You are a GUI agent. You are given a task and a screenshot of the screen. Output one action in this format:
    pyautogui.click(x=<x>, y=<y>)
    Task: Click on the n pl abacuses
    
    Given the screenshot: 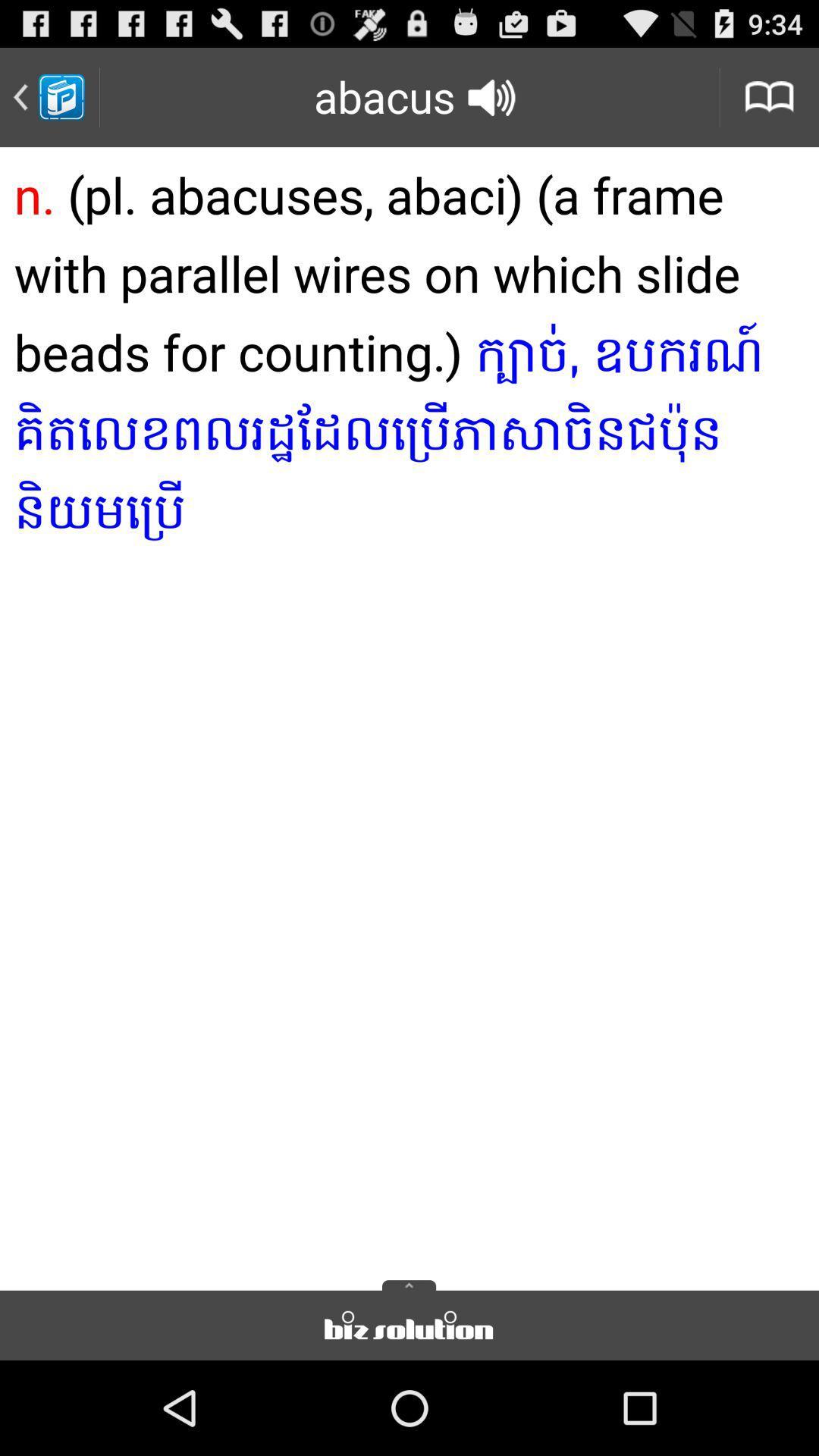 What is the action you would take?
    pyautogui.click(x=409, y=713)
    